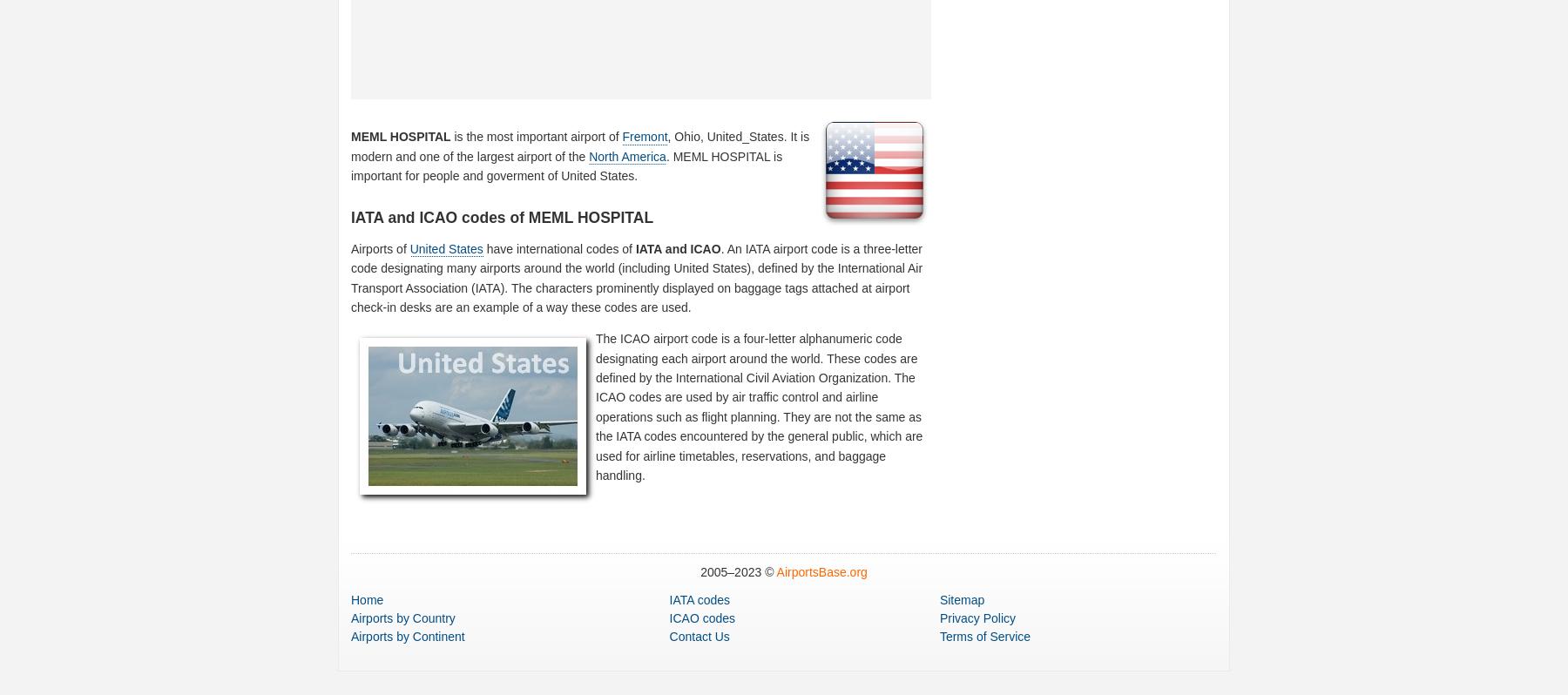  I want to click on '2023 ©', so click(755, 571).